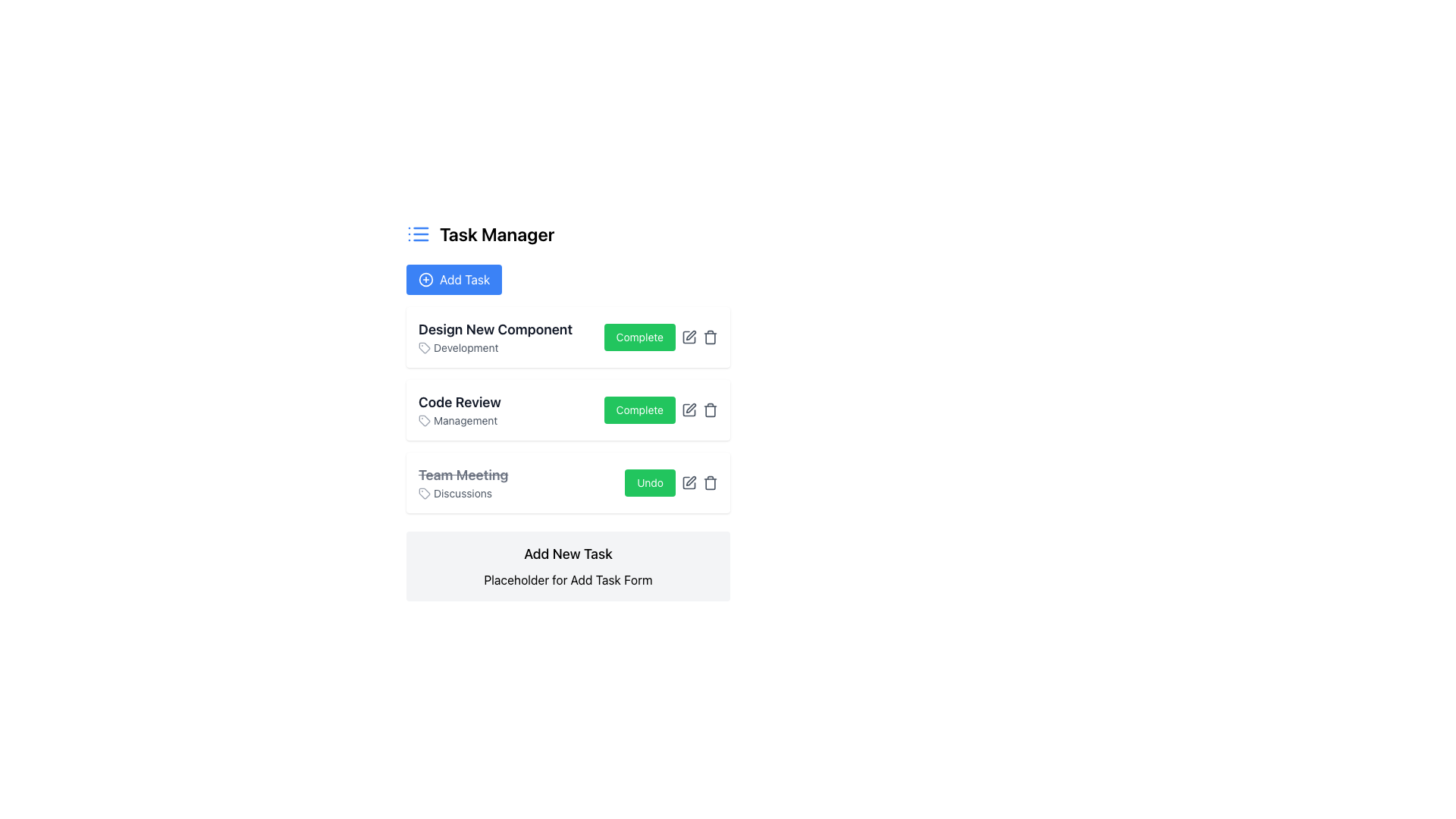  I want to click on the Pen Edit Icon located in the 'Design New Component' task entry, so click(690, 334).